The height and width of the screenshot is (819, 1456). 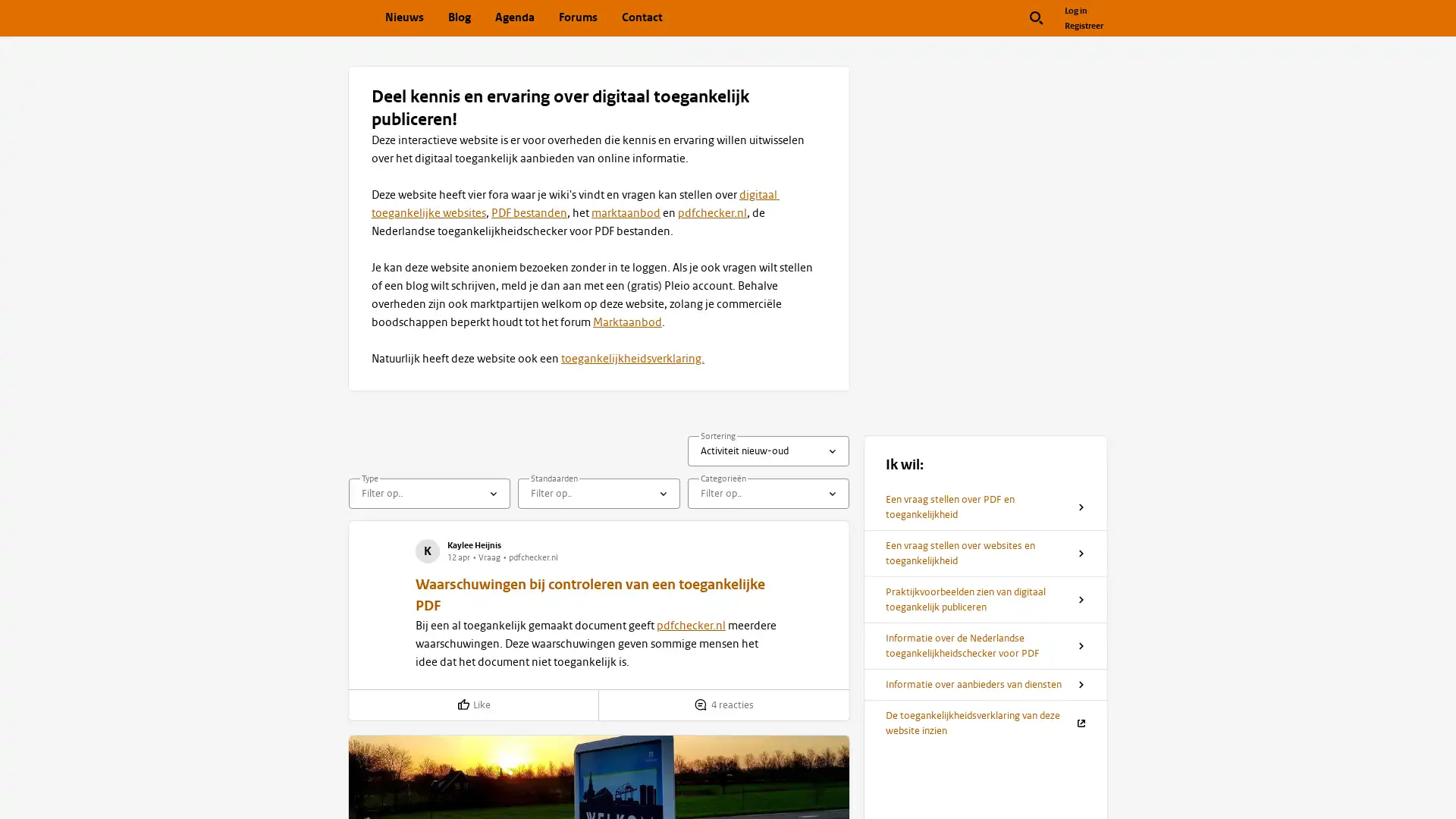 What do you see at coordinates (472, 662) in the screenshot?
I see `Like` at bounding box center [472, 662].